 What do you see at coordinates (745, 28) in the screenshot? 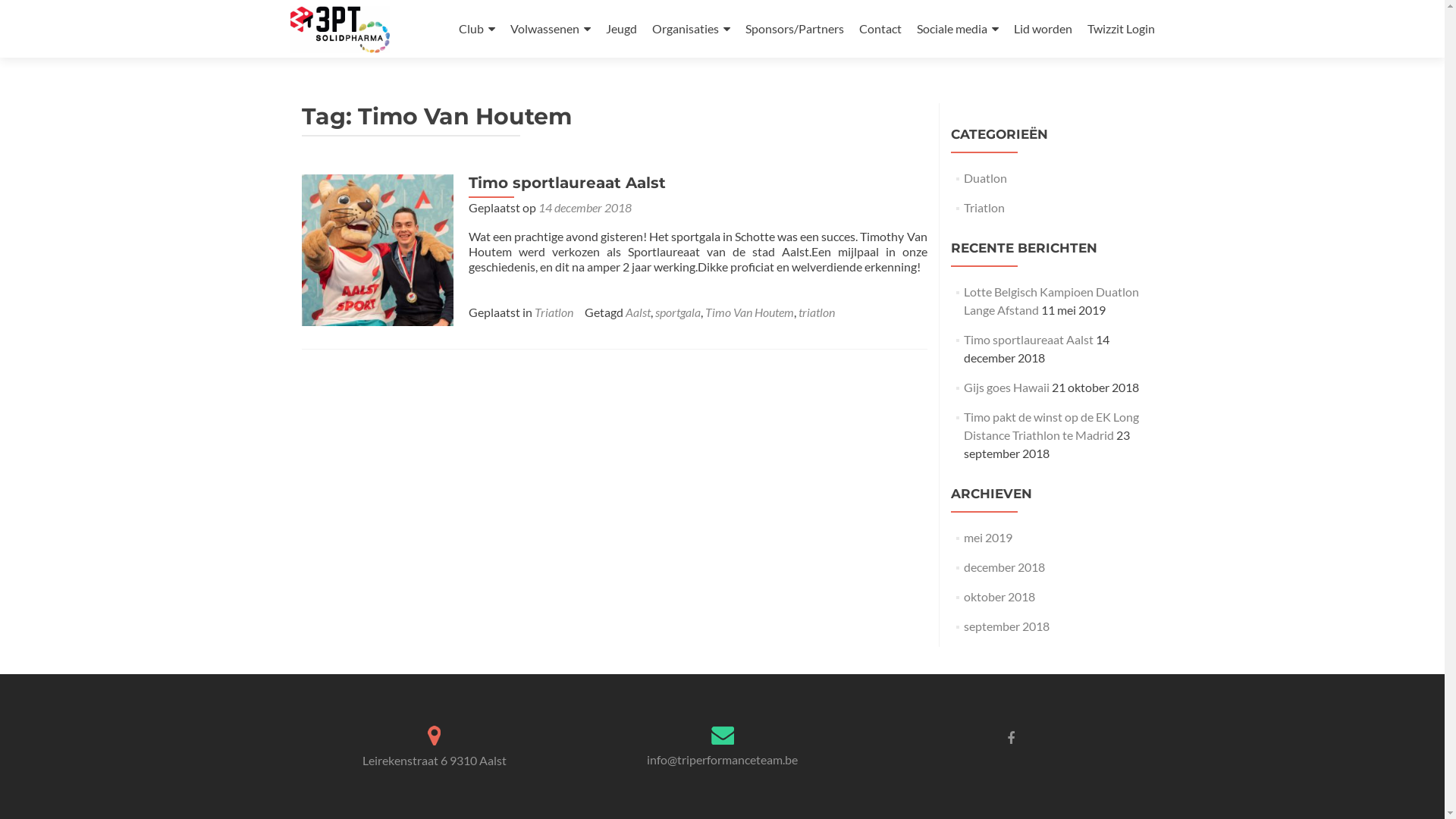
I see `'Sponsors/Partners'` at bounding box center [745, 28].